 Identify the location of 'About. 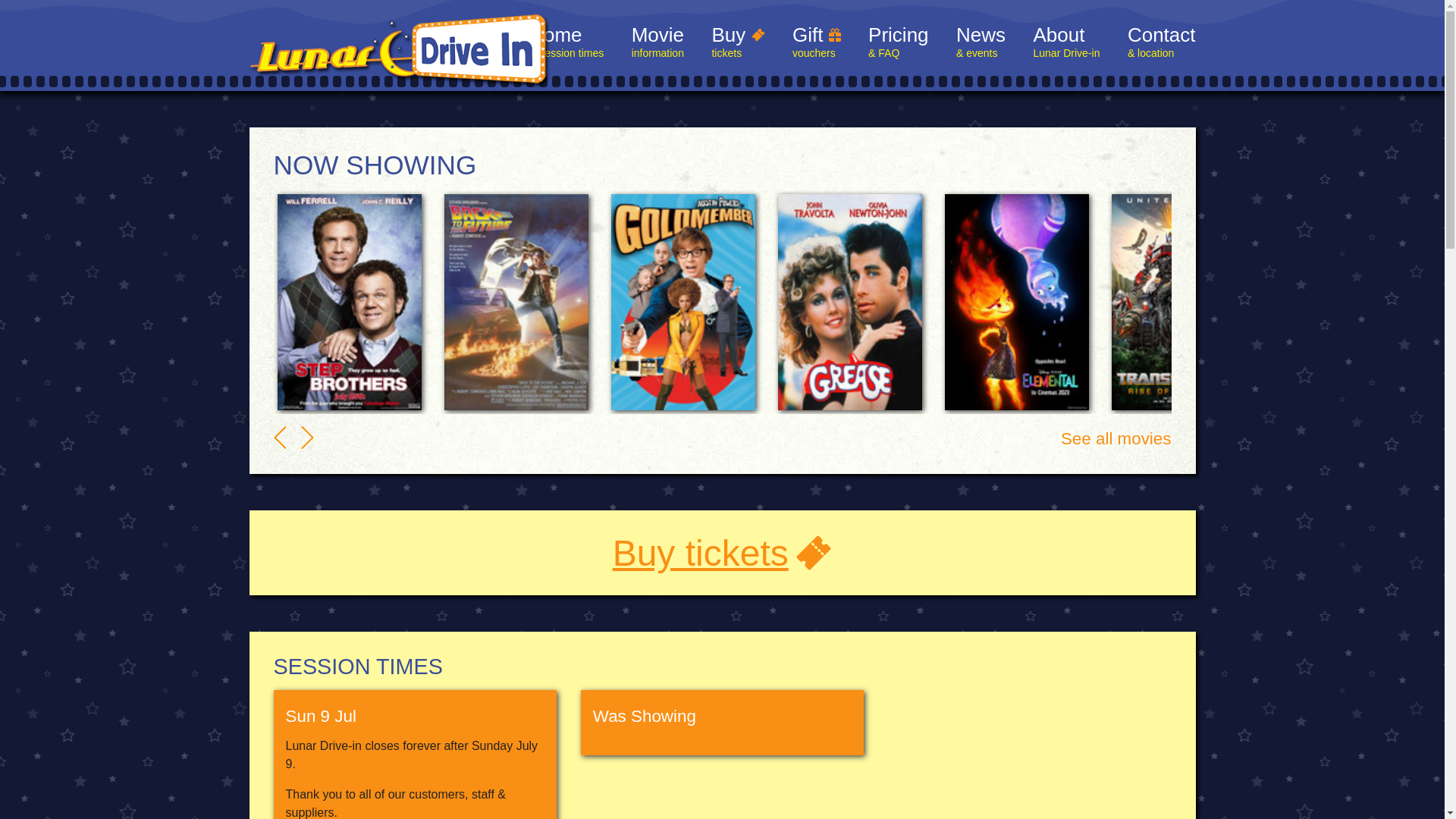
(1065, 42).